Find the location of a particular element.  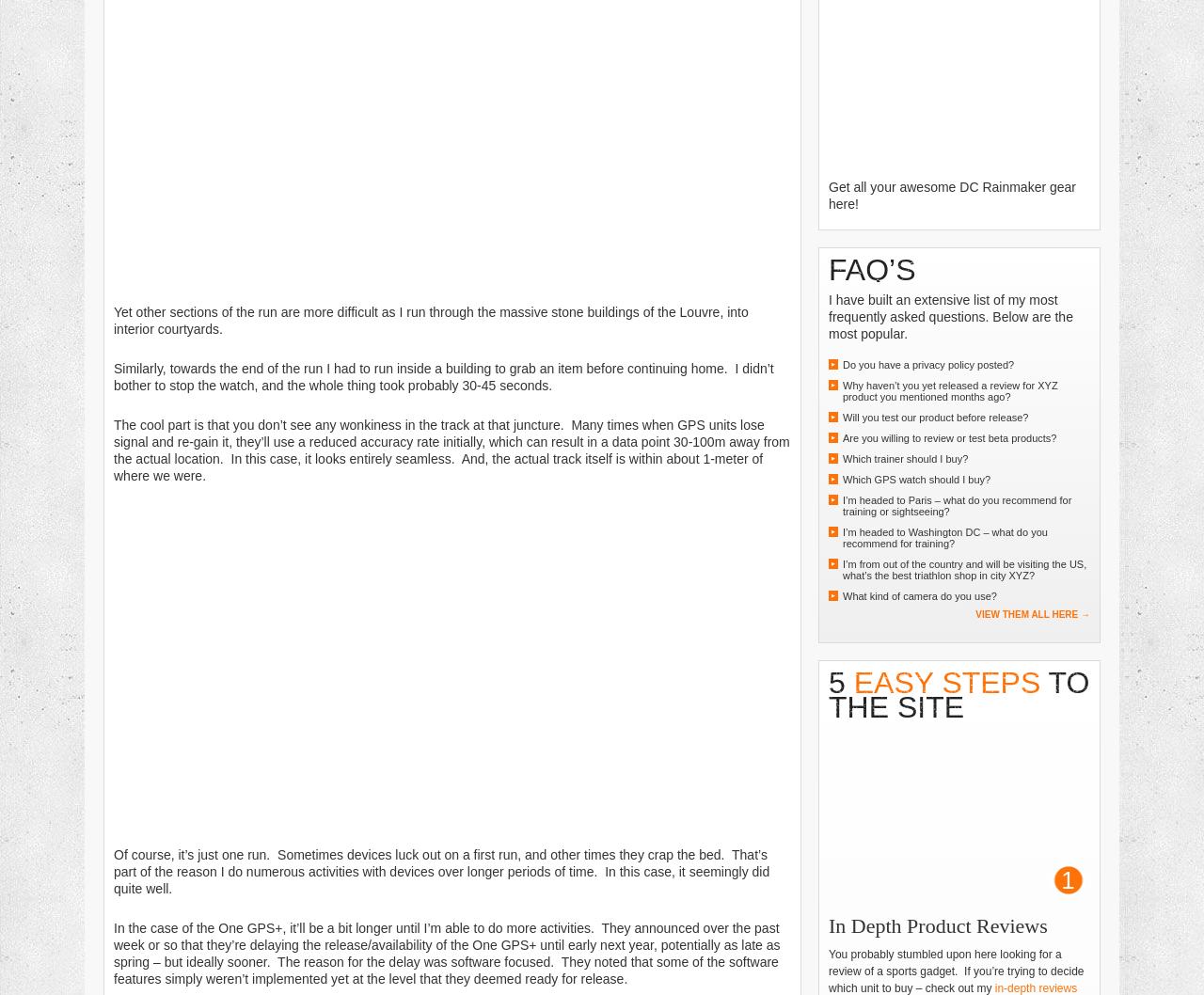

'View Them All Here →' is located at coordinates (1031, 612).